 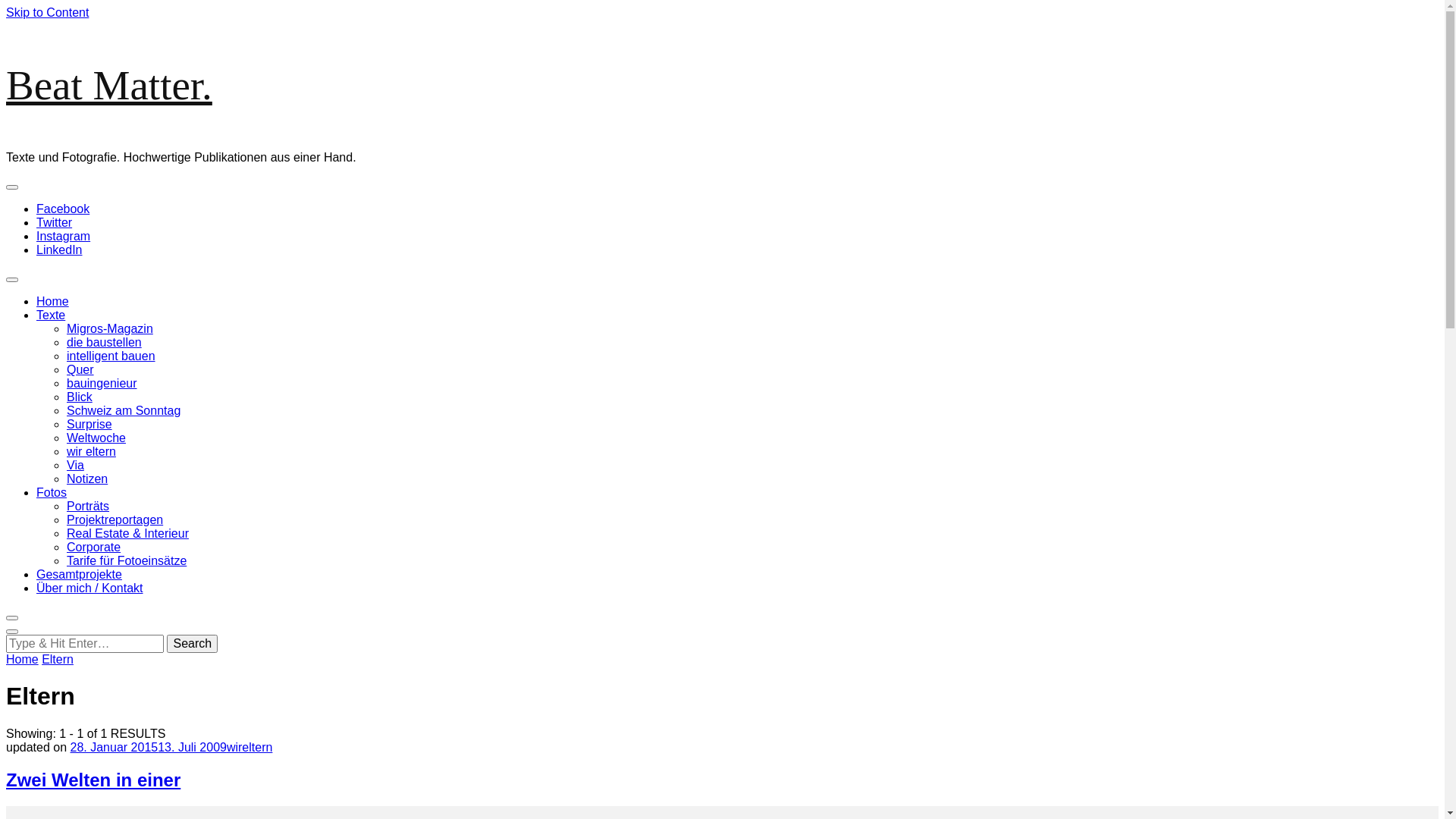 What do you see at coordinates (110, 356) in the screenshot?
I see `'intelligent bauen'` at bounding box center [110, 356].